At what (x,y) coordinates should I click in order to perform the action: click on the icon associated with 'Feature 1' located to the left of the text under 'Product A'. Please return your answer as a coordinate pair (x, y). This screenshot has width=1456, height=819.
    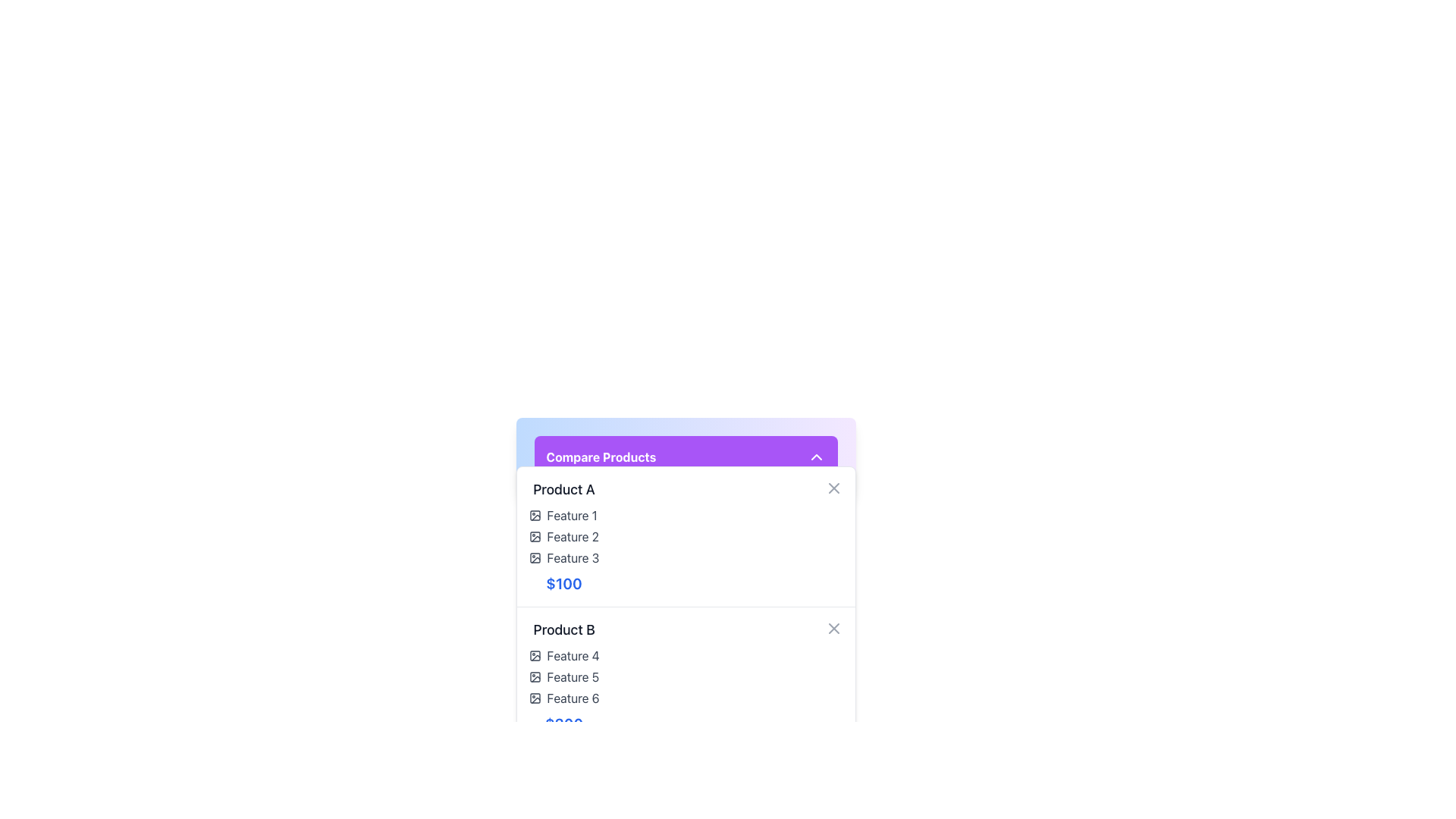
    Looking at the image, I should click on (535, 514).